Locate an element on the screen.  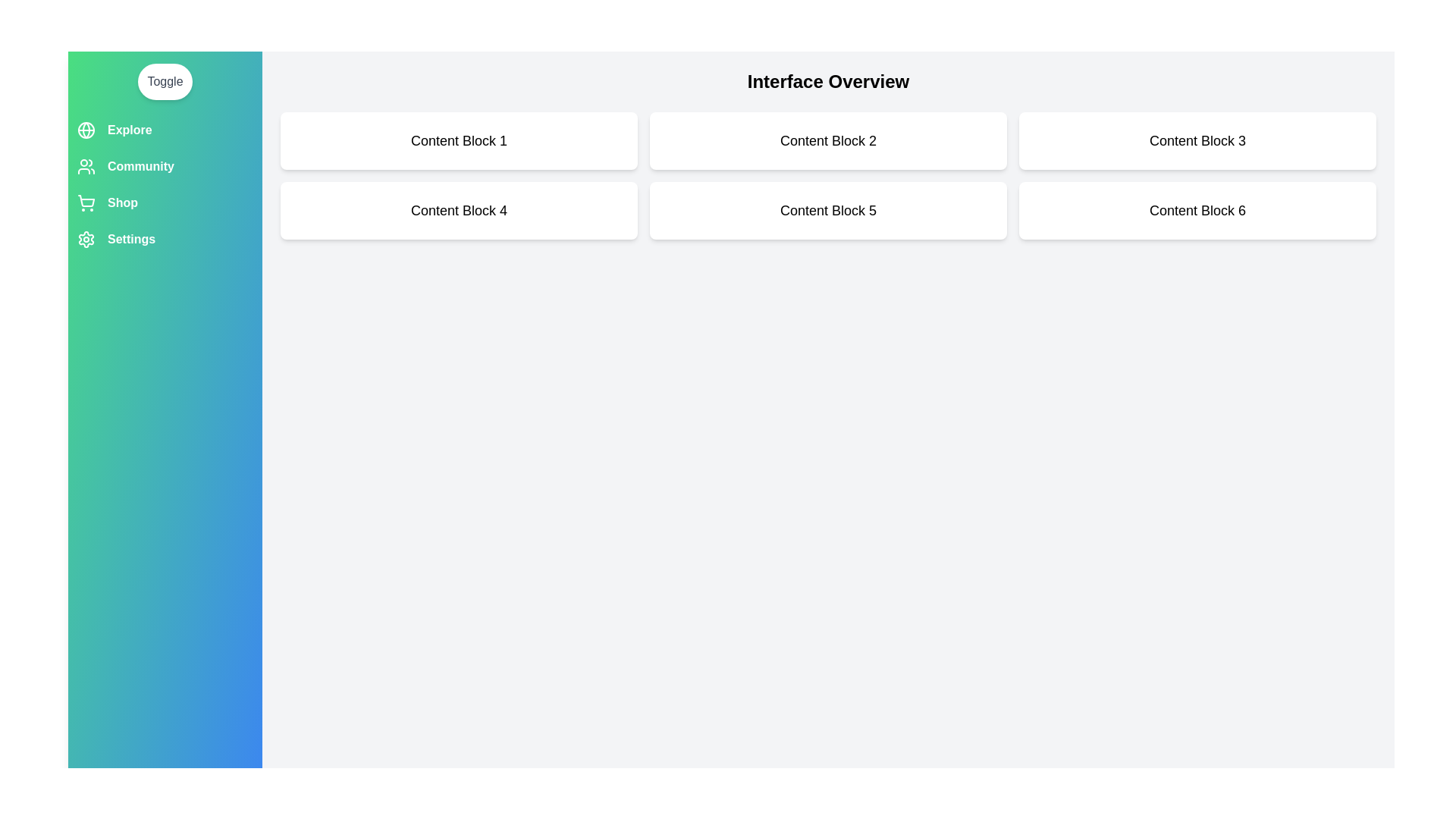
the menu option labeled Shop is located at coordinates (165, 202).